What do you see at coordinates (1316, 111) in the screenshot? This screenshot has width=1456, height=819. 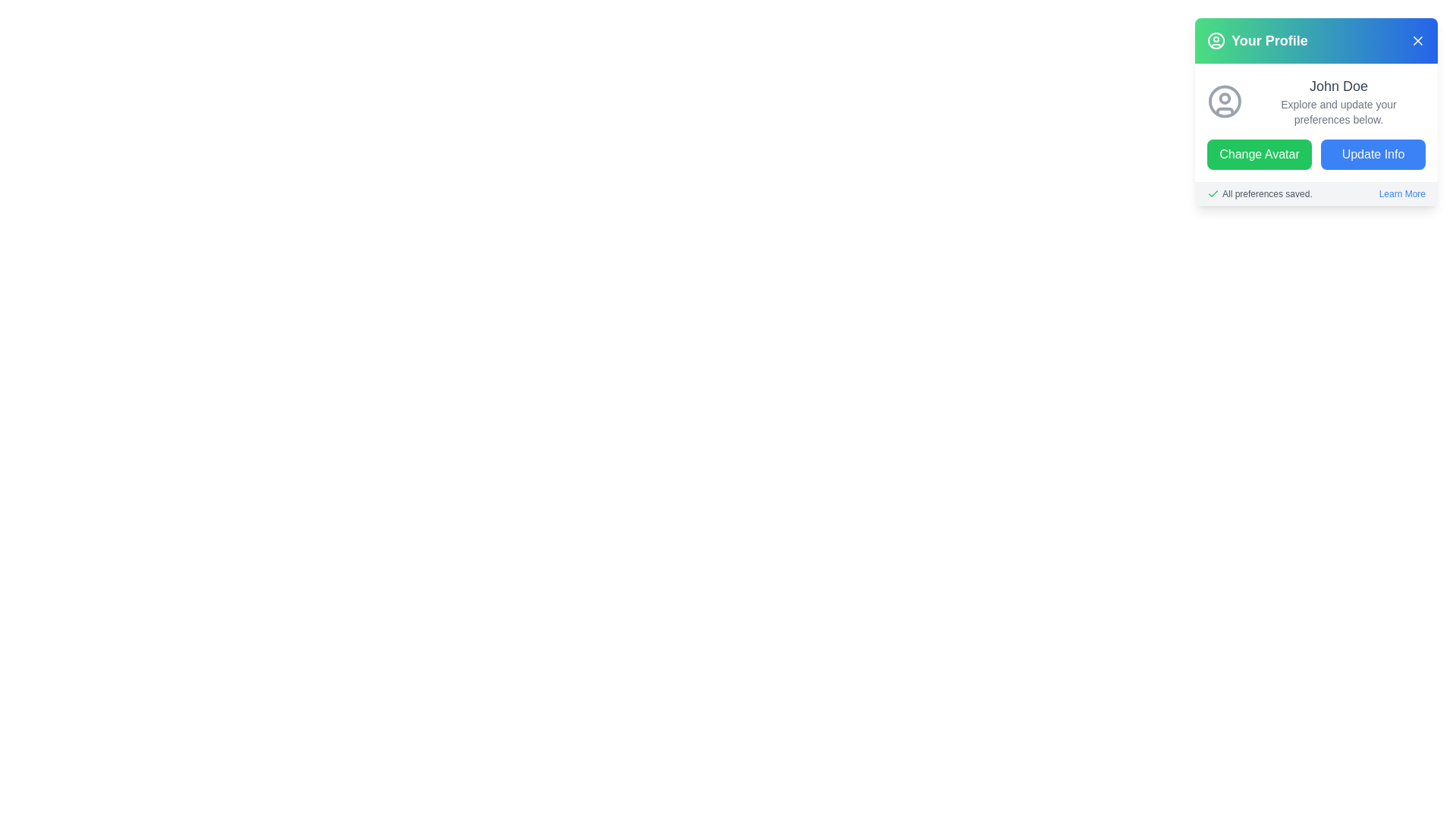 I see `the text segment that displays 'John Doe' and 'Explore and update your preferences below' within the user profile panel, which is located beneath the 'Your Profile' header` at bounding box center [1316, 111].